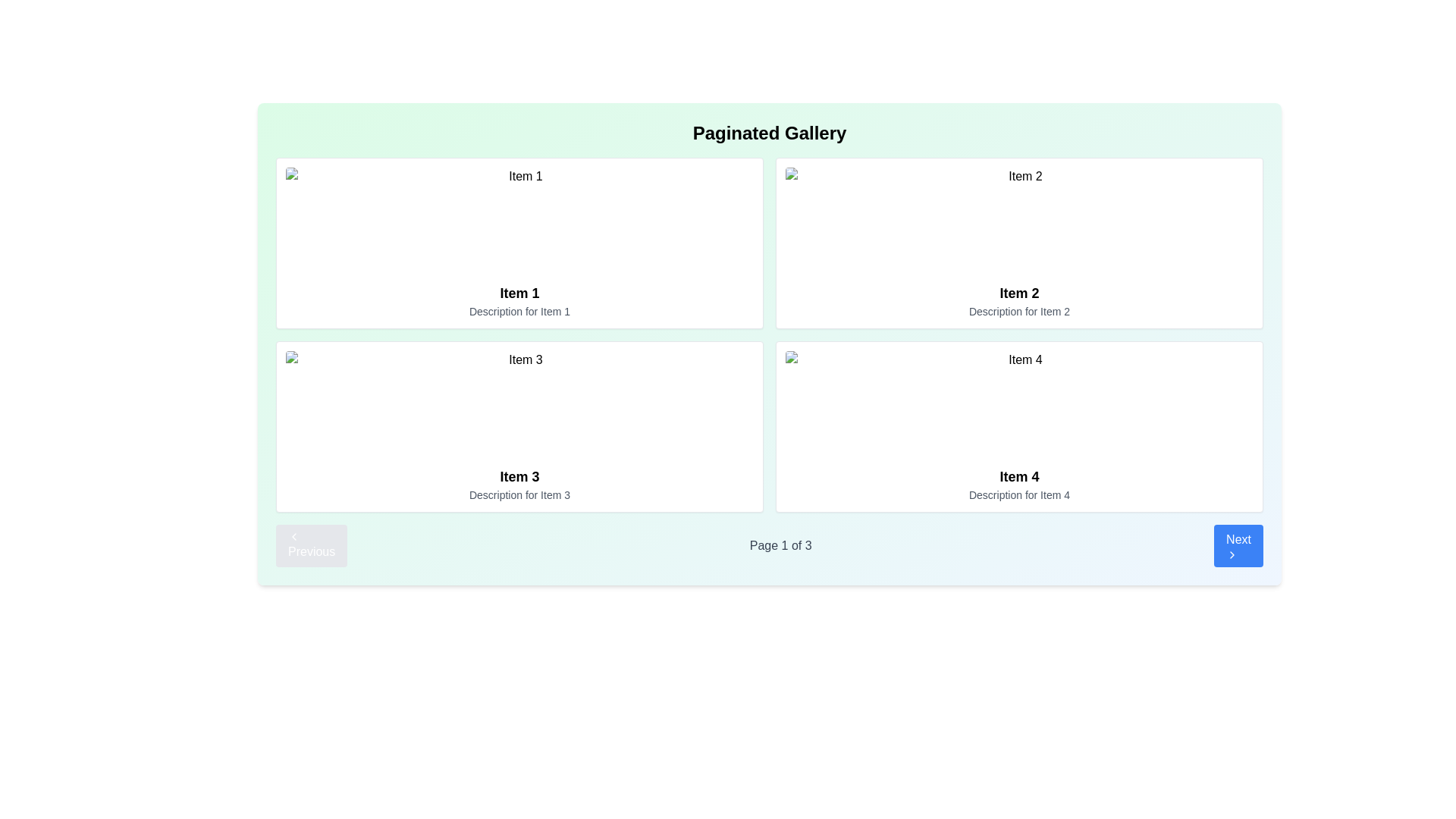 This screenshot has height=819, width=1456. What do you see at coordinates (1019, 293) in the screenshot?
I see `the bold text label displaying 'Item 2' located in the upper-right section of the interface, which is styled for clear visibility and positioned below an image and above a description text` at bounding box center [1019, 293].